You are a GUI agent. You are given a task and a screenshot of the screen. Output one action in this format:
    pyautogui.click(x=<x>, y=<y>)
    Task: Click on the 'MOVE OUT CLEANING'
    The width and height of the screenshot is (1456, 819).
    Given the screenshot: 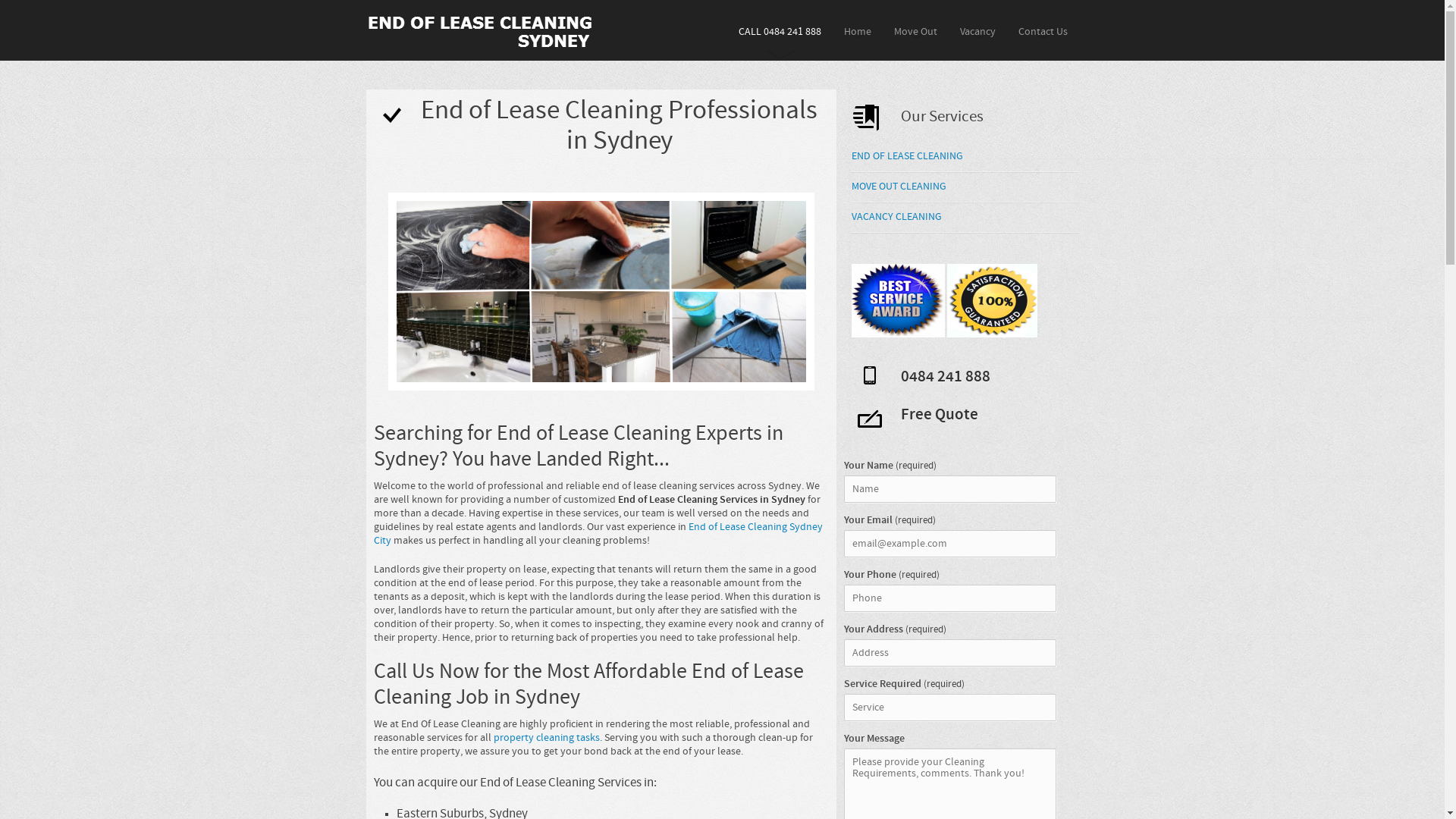 What is the action you would take?
    pyautogui.click(x=898, y=186)
    